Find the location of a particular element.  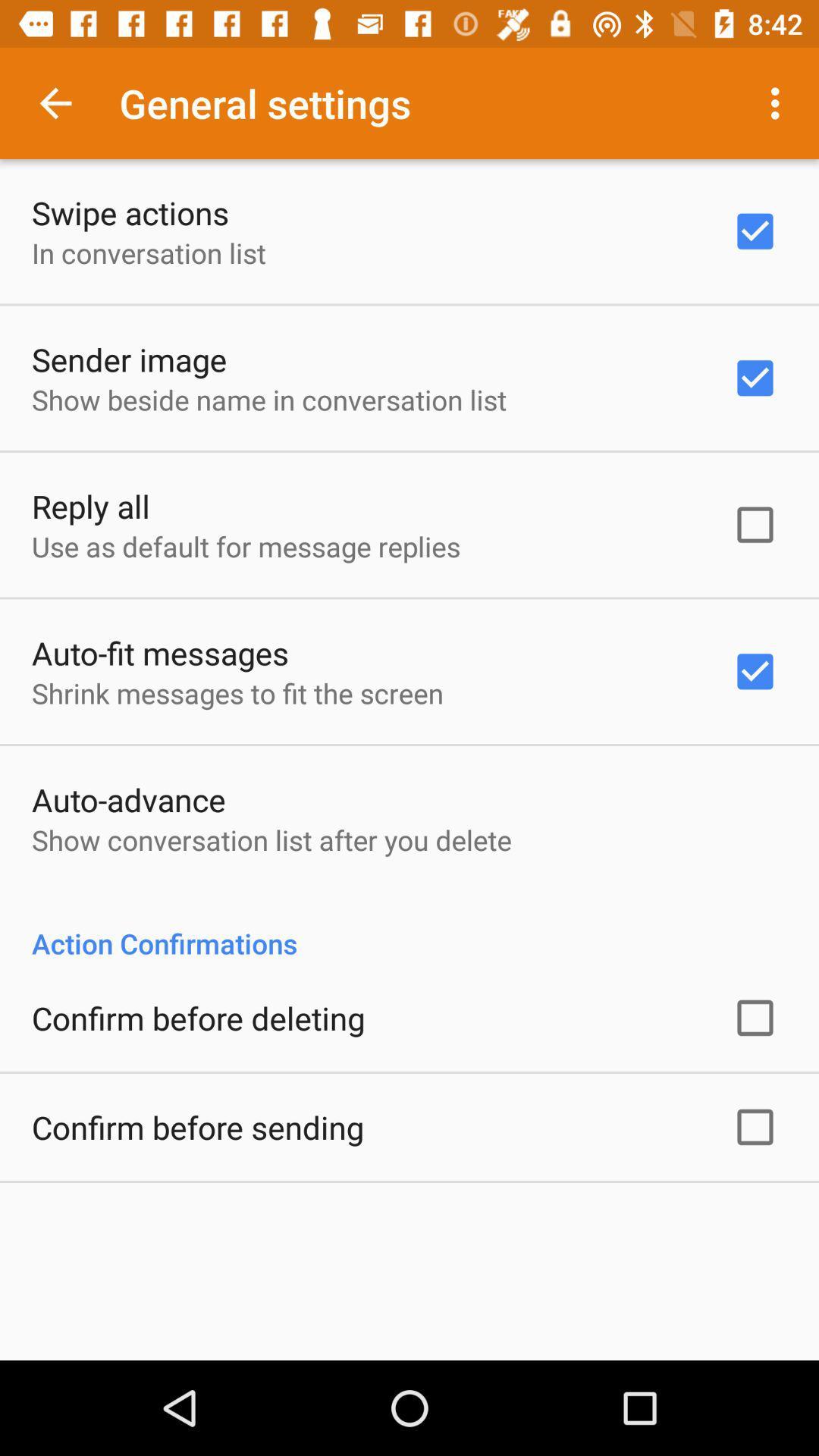

item below reply all item is located at coordinates (245, 546).